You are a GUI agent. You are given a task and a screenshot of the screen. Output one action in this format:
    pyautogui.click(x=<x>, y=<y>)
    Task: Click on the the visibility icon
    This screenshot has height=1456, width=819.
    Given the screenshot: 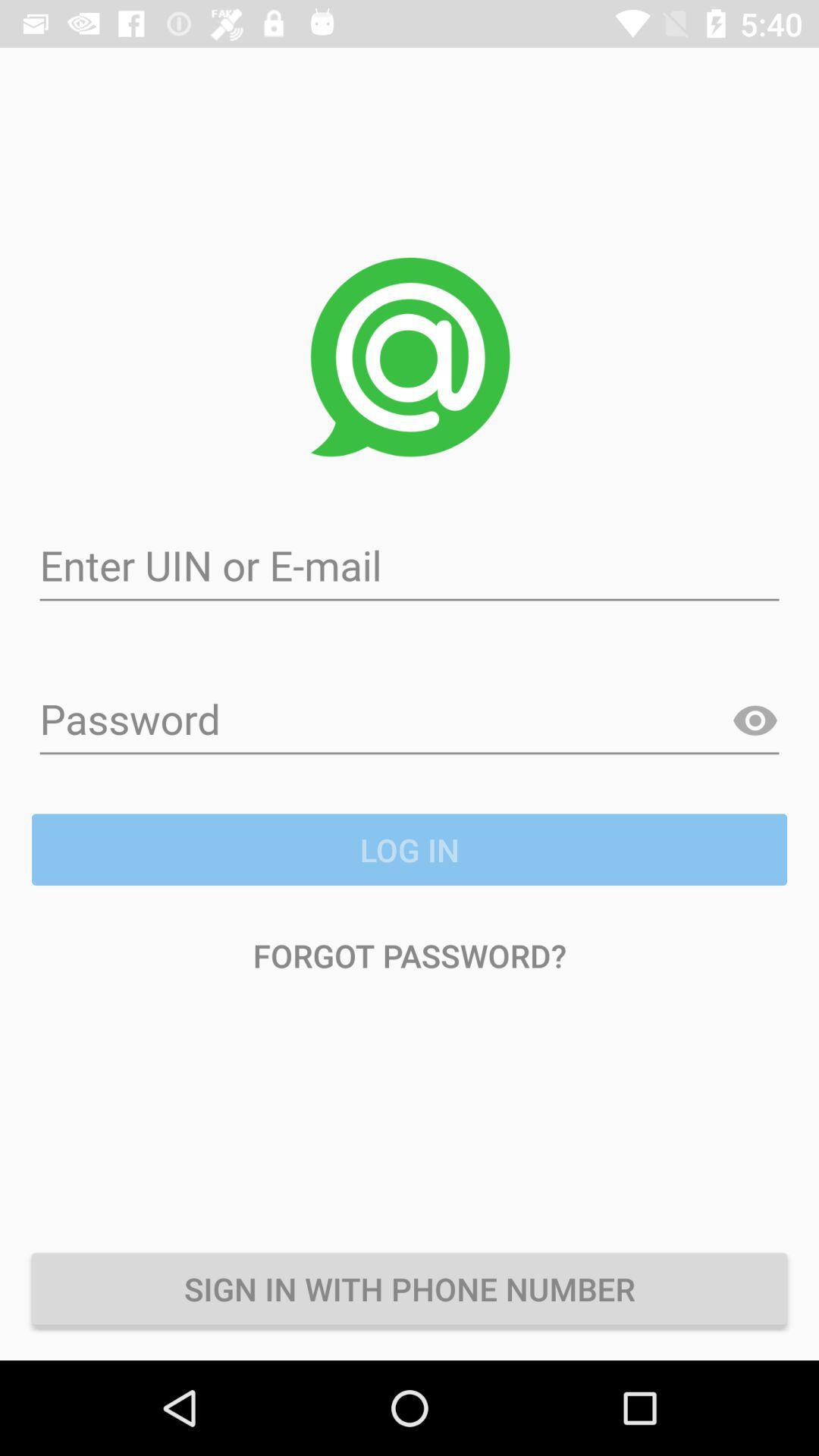 What is the action you would take?
    pyautogui.click(x=755, y=720)
    